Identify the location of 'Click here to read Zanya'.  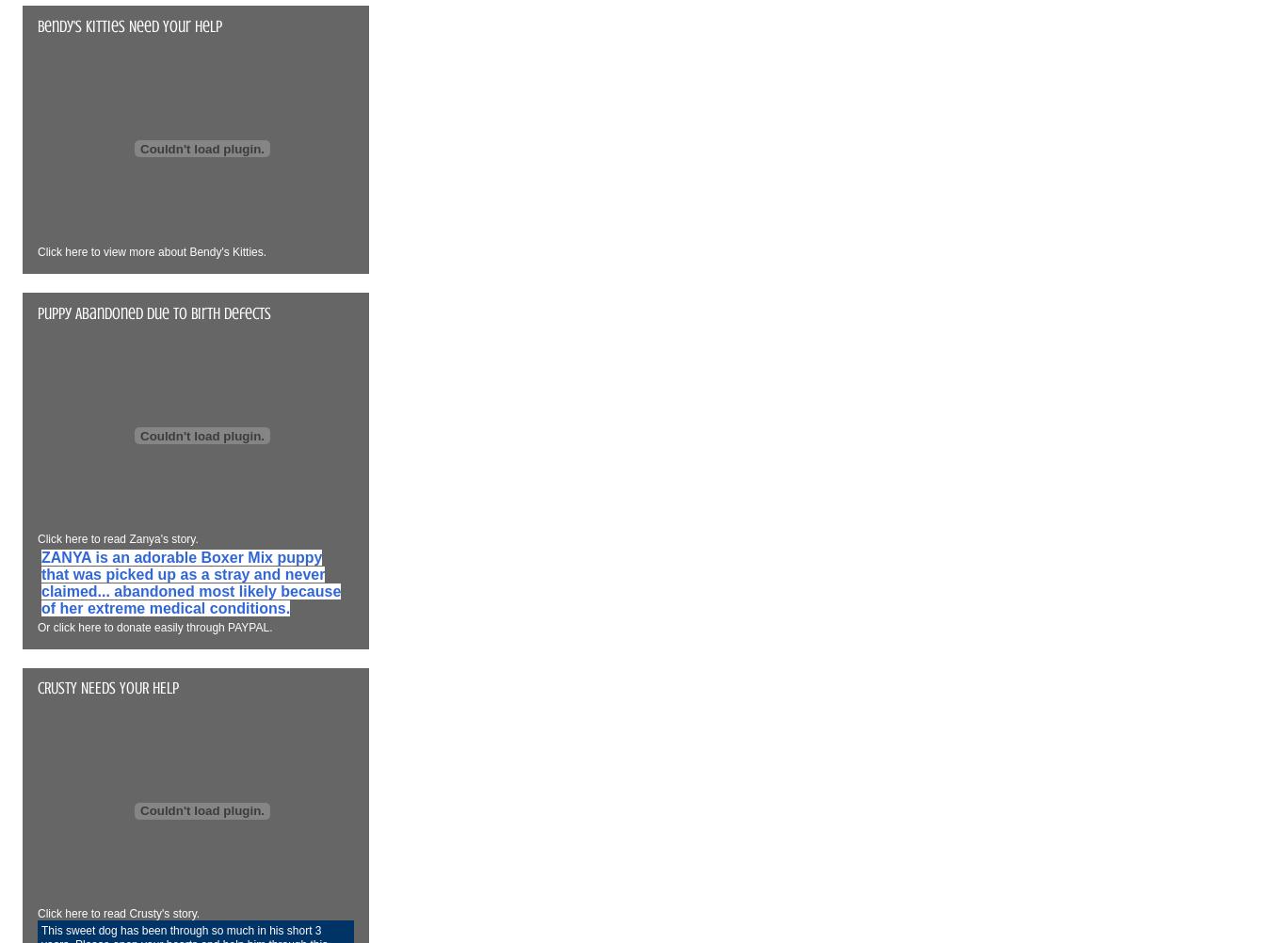
(99, 538).